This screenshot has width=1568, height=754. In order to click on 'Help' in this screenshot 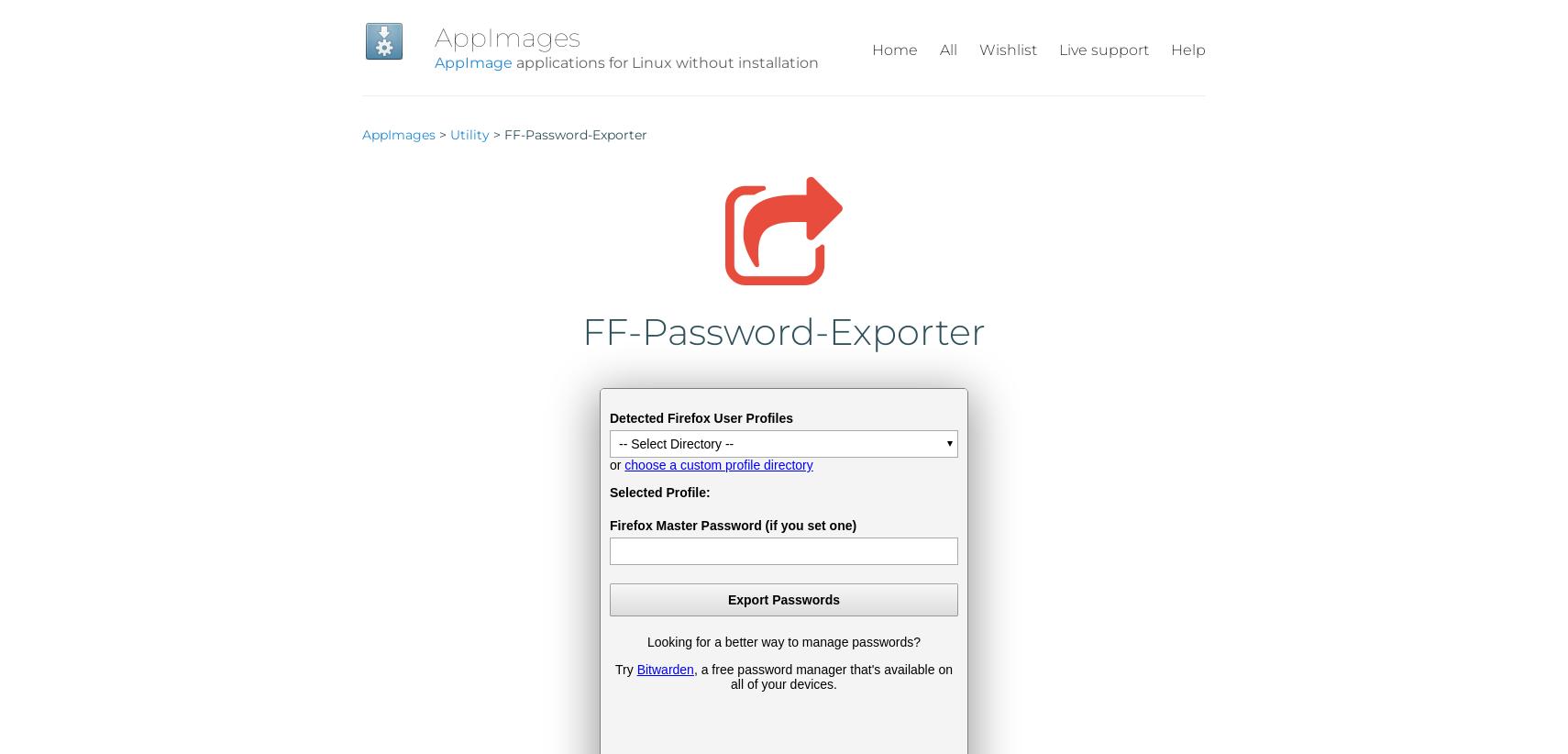, I will do `click(1188, 50)`.